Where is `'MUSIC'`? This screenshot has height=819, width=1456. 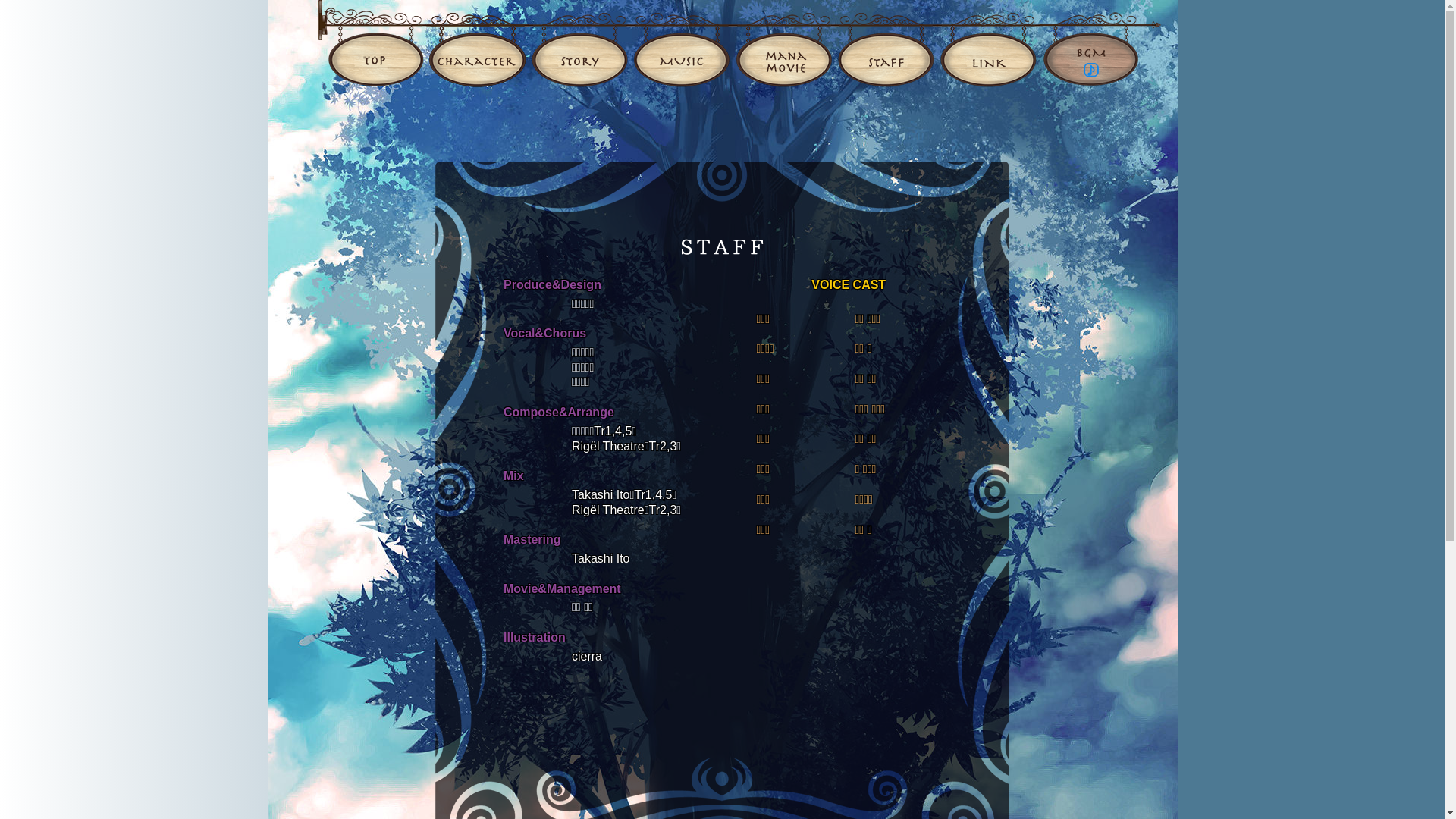
'MUSIC' is located at coordinates (681, 42).